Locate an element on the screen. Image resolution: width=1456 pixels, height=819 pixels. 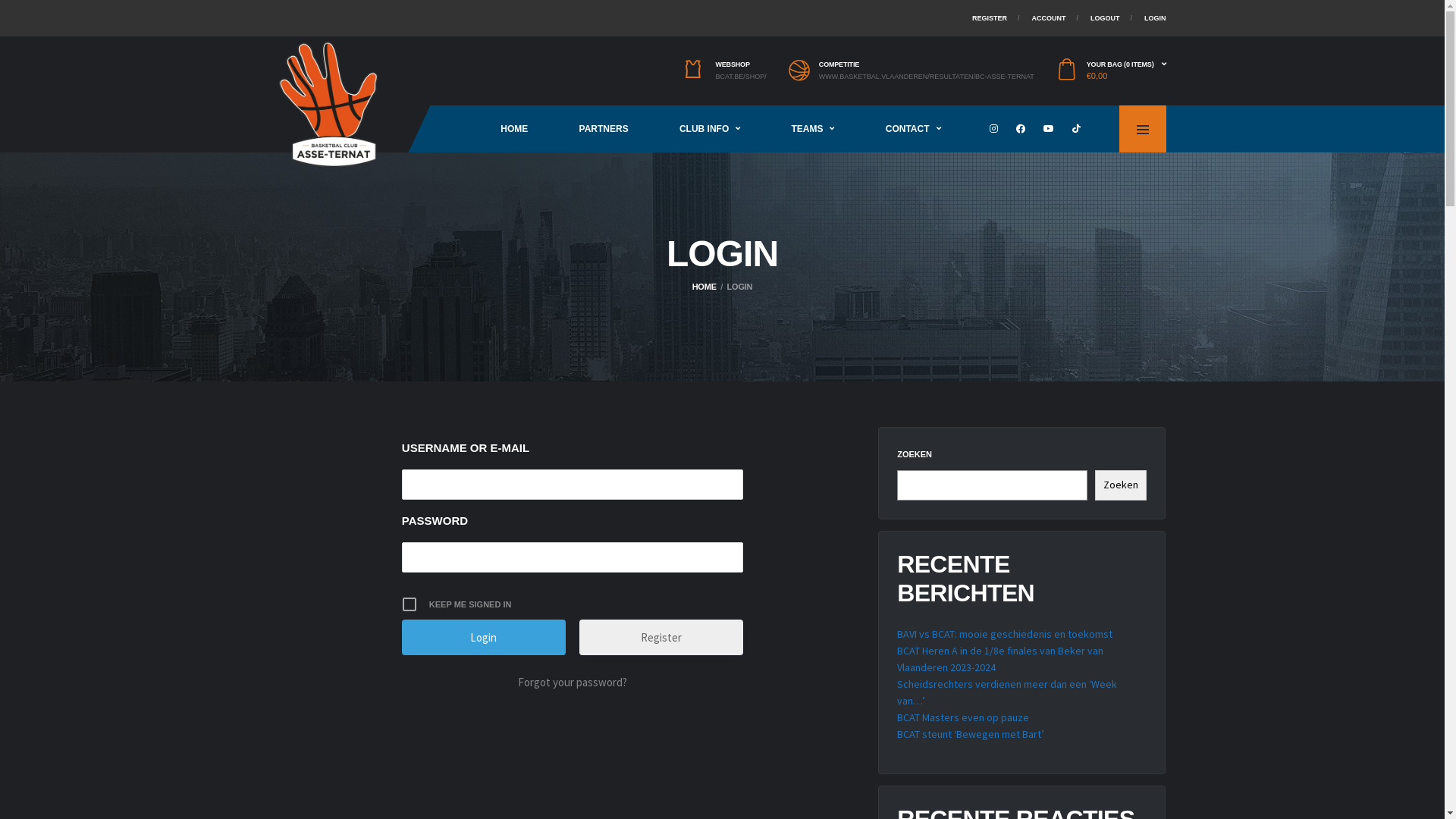
'BCAT Masters even op pauze' is located at coordinates (962, 717).